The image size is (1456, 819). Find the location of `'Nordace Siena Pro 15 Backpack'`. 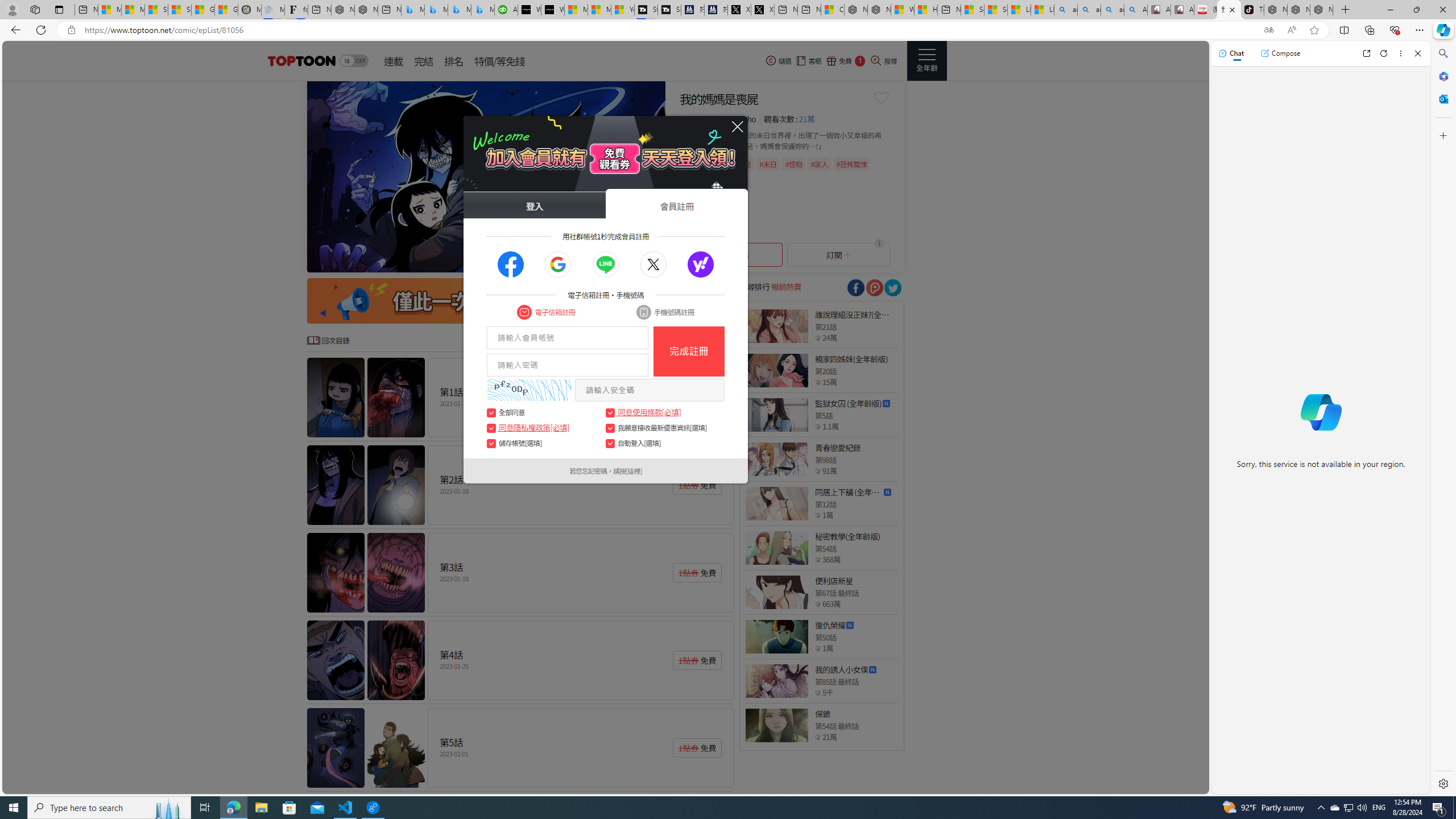

'Nordace Siena Pro 15 Backpack' is located at coordinates (1298, 9).